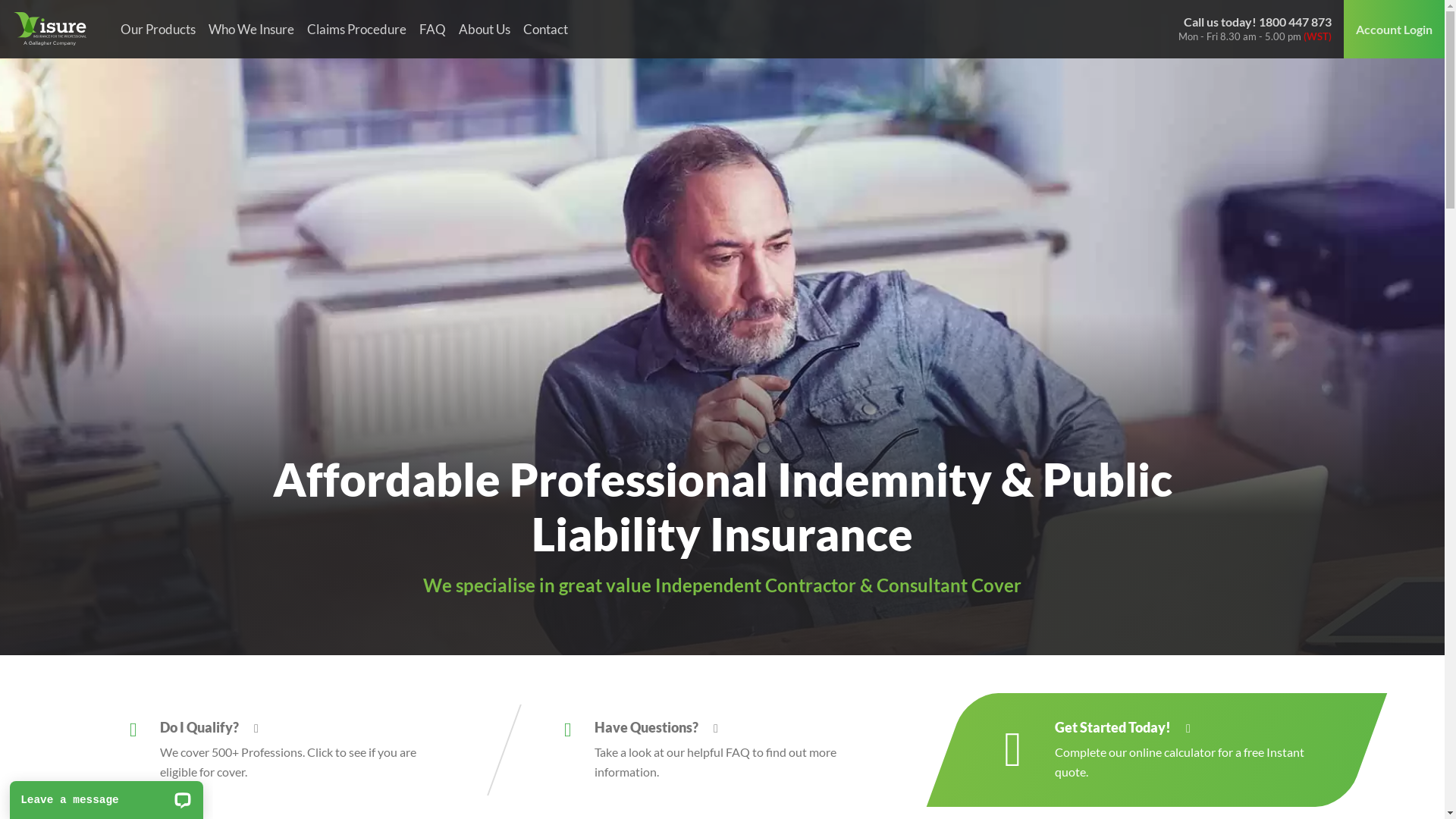 The height and width of the screenshot is (819, 1456). What do you see at coordinates (483, 29) in the screenshot?
I see `'About Us'` at bounding box center [483, 29].